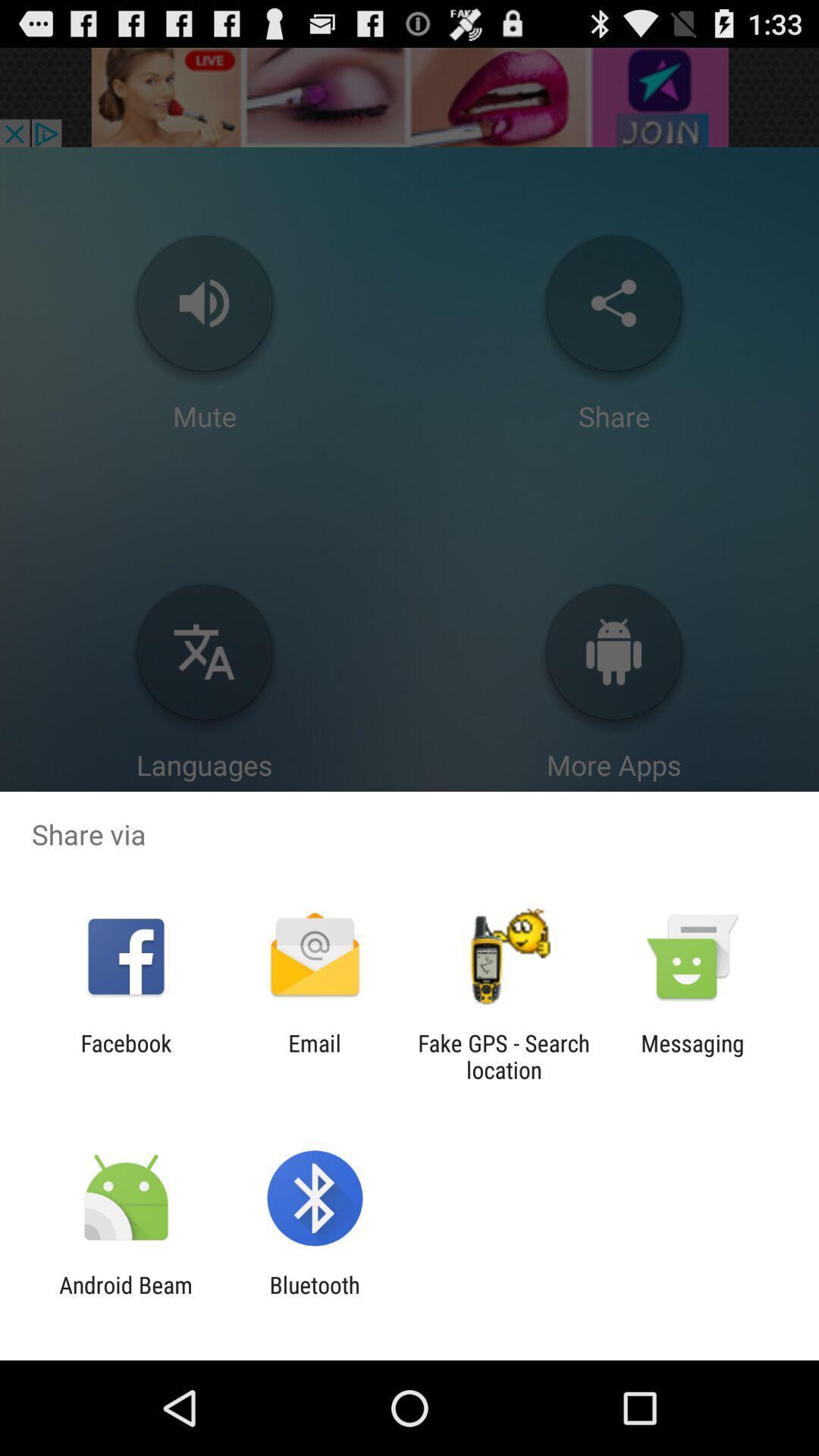 The image size is (819, 1456). I want to click on the icon to the left of the fake gps search icon, so click(314, 1056).